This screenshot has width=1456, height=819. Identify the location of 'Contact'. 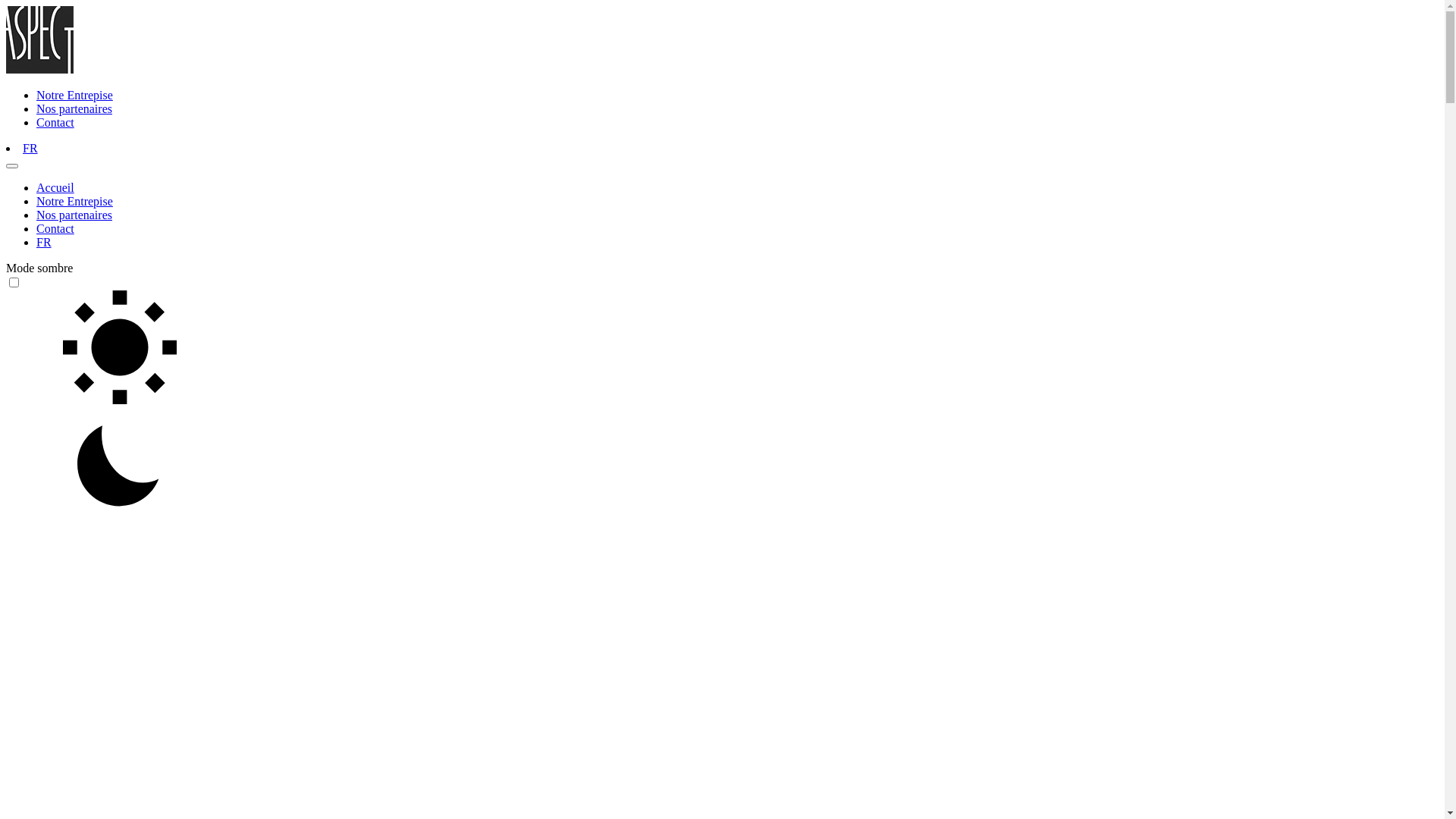
(36, 228).